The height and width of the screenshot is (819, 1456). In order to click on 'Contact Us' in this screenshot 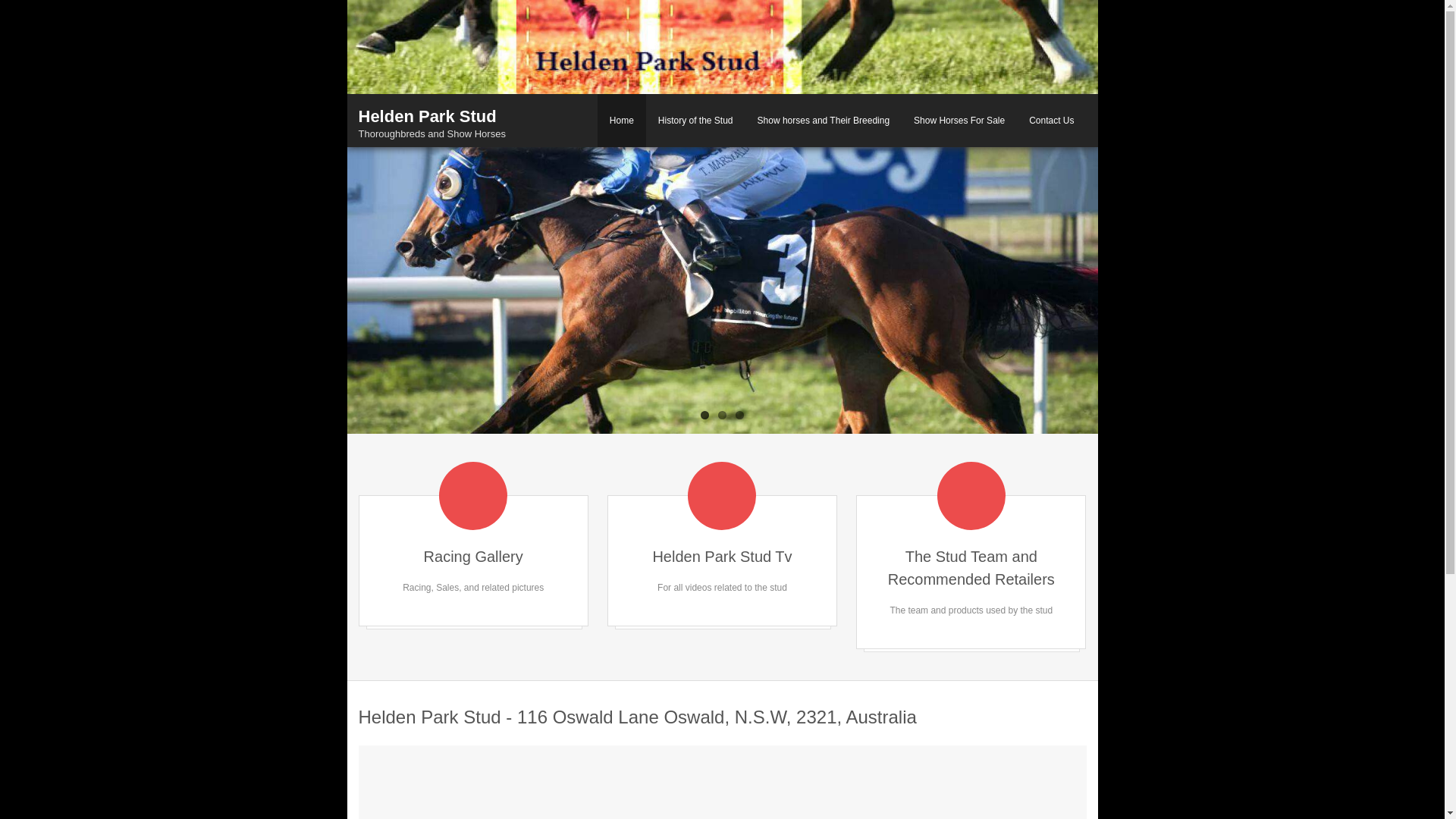, I will do `click(1050, 119)`.